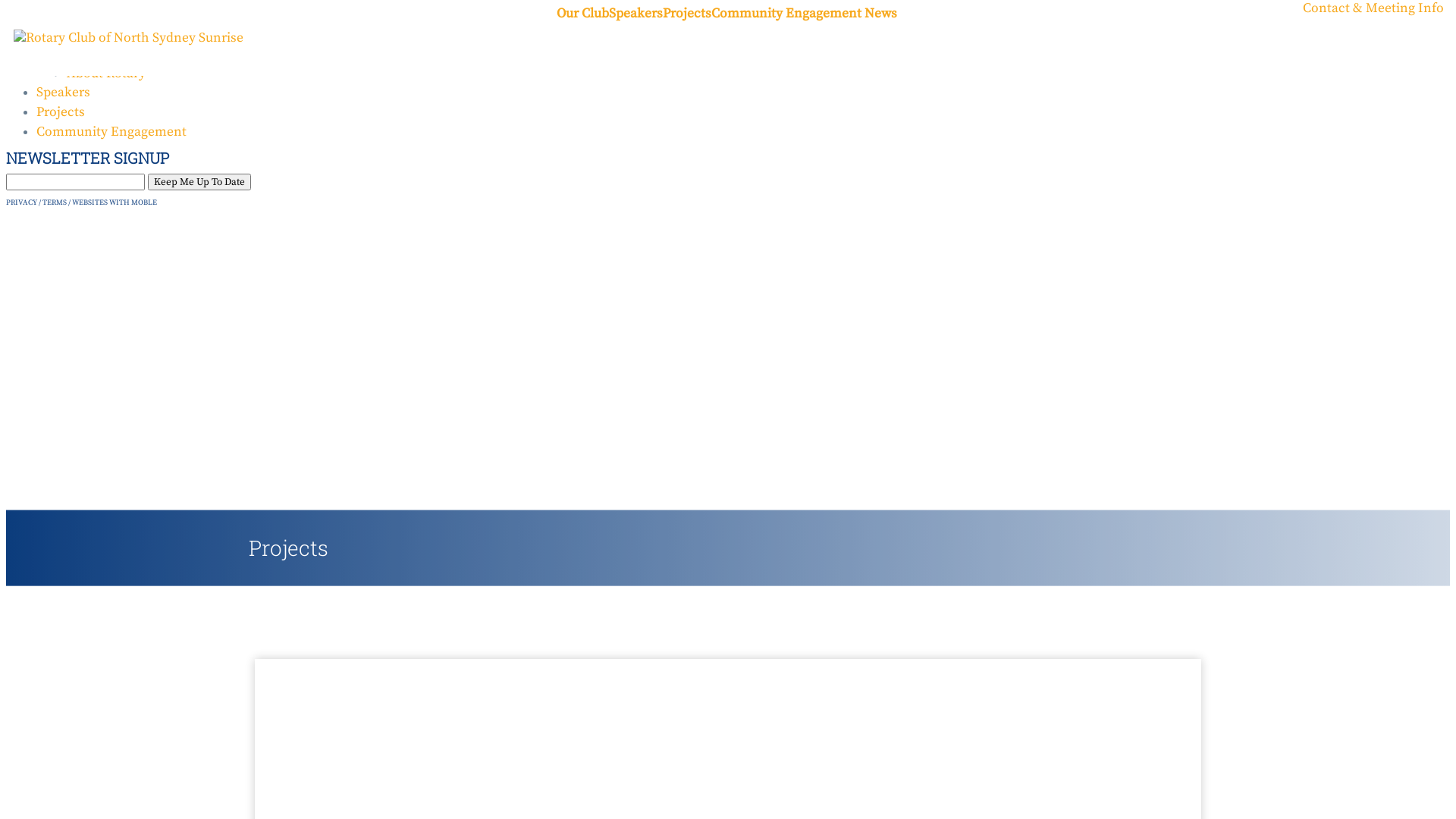 The height and width of the screenshot is (819, 1456). What do you see at coordinates (21, 201) in the screenshot?
I see `'PRIVACY'` at bounding box center [21, 201].